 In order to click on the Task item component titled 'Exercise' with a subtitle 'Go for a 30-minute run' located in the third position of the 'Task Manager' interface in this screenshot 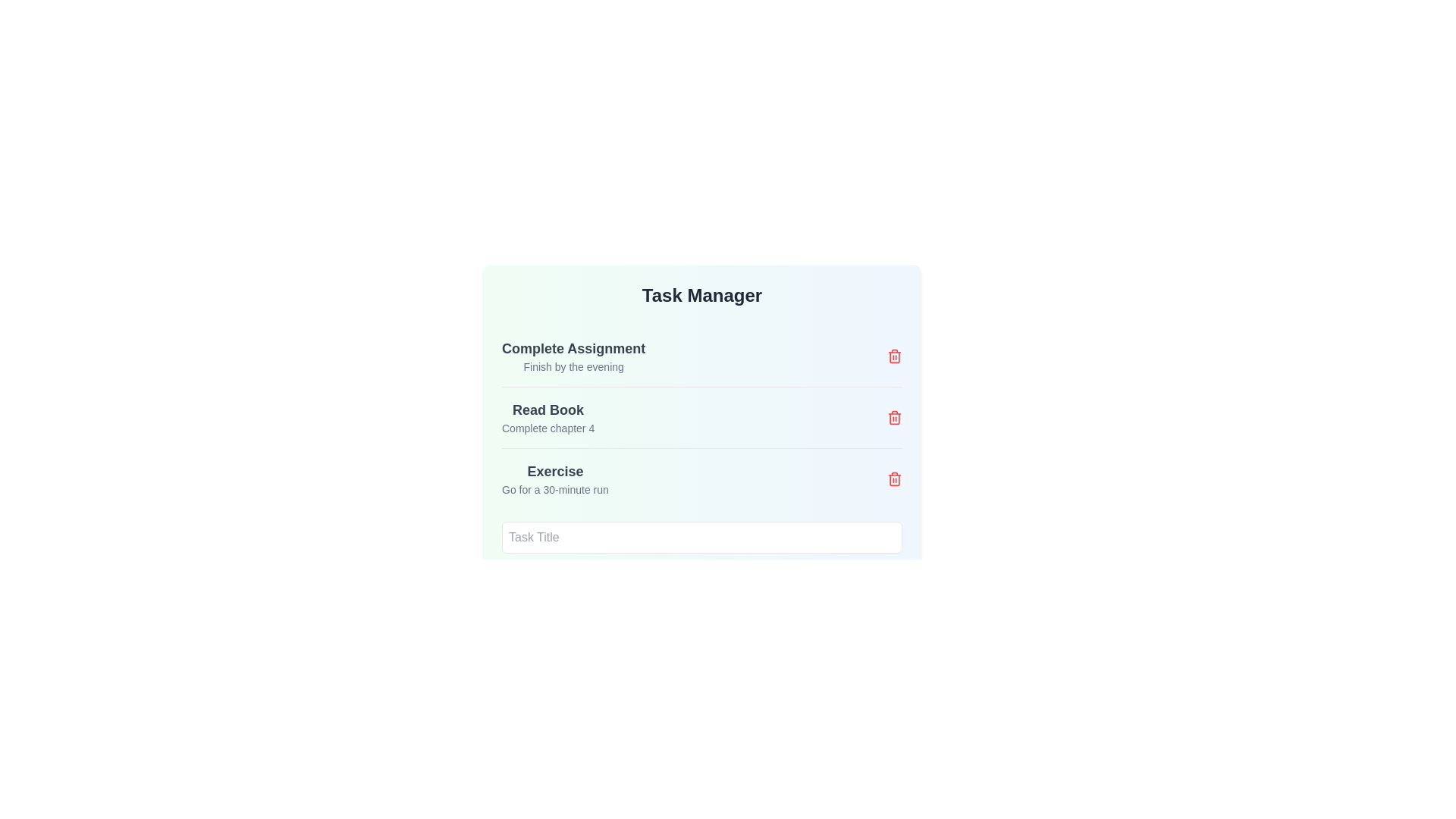, I will do `click(701, 479)`.